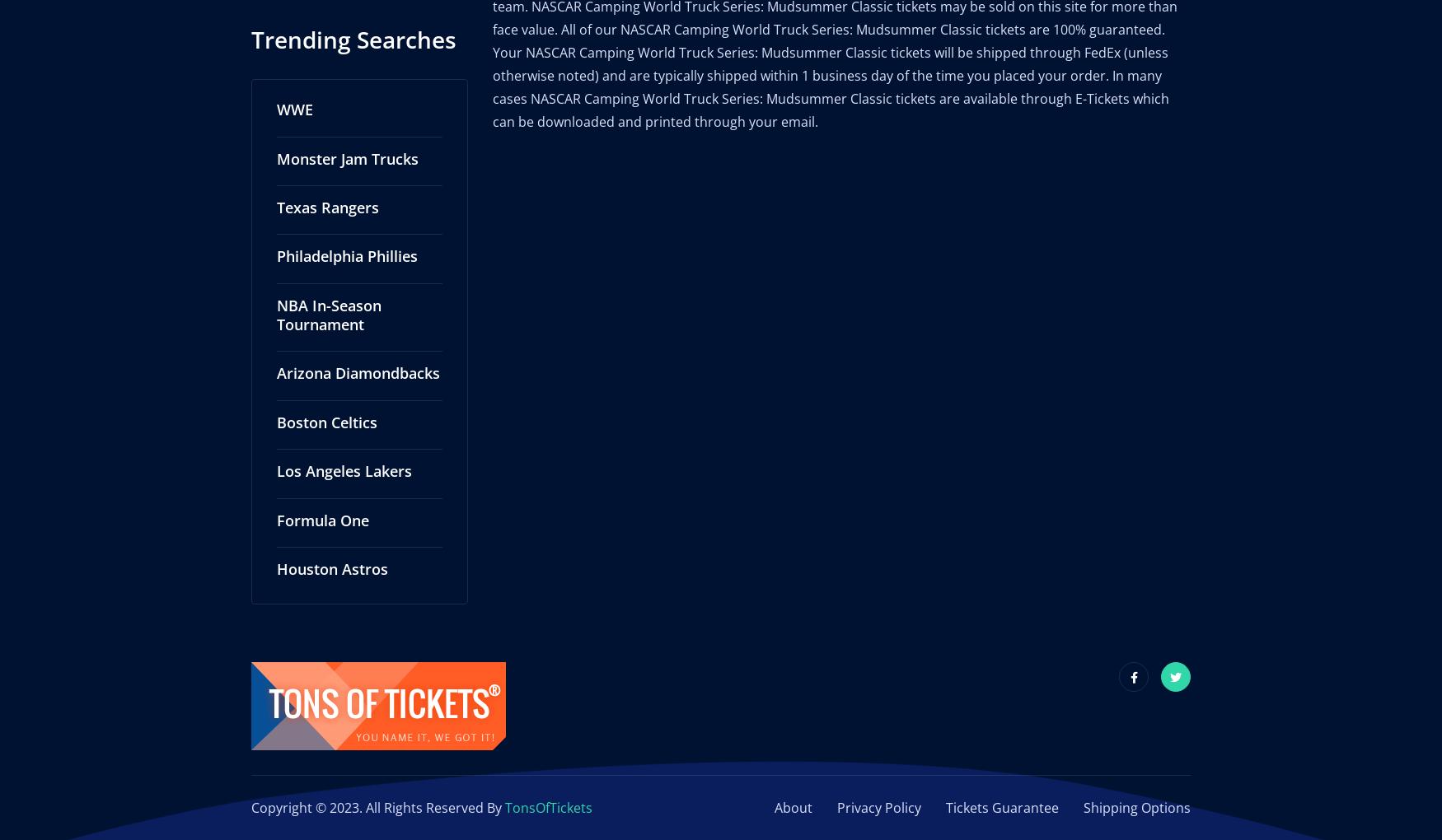 Image resolution: width=1442 pixels, height=840 pixels. What do you see at coordinates (346, 140) in the screenshot?
I see `'Monster Jam Trucks'` at bounding box center [346, 140].